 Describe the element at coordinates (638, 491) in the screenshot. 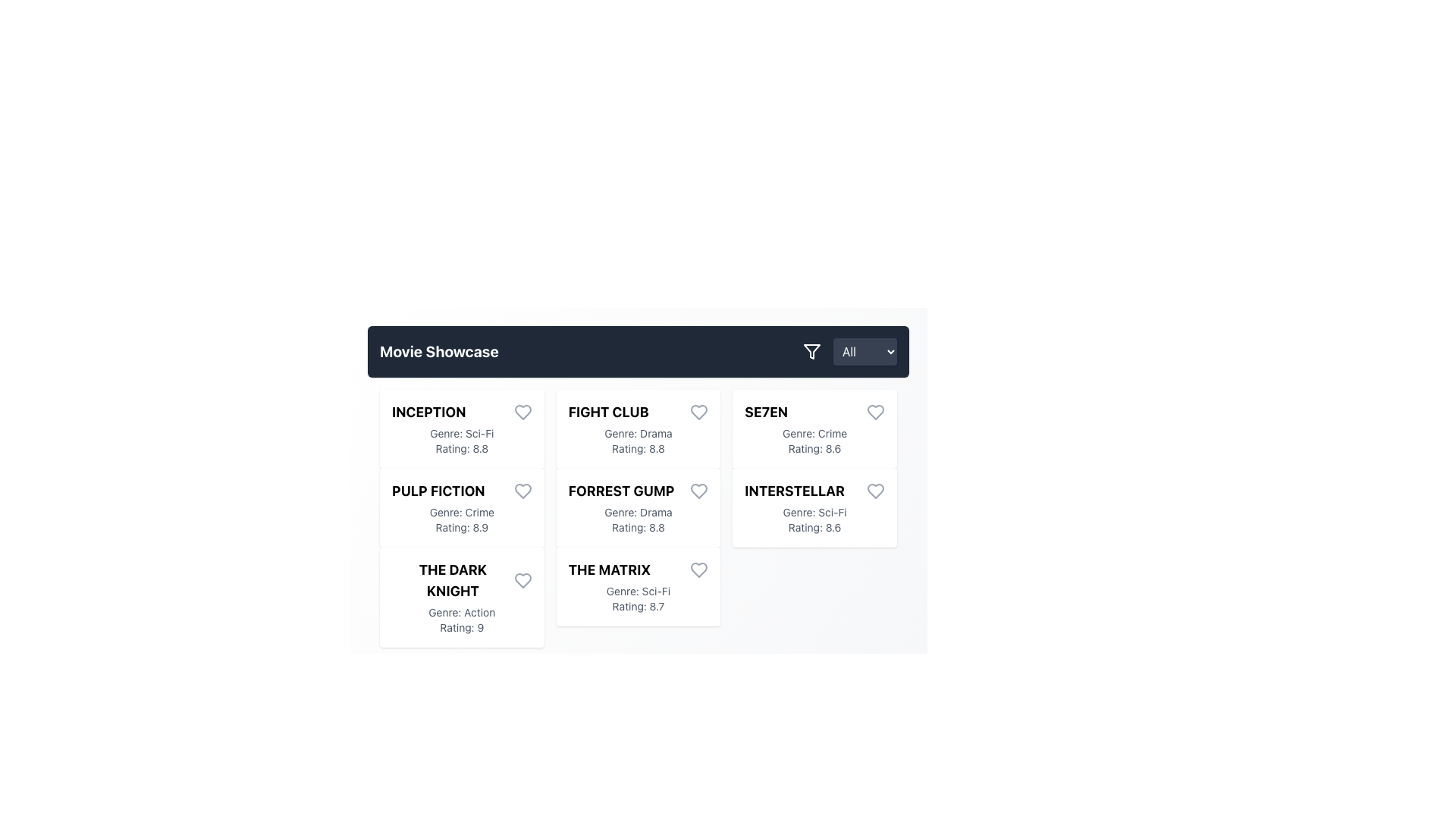

I see `the non-interactive label displaying the title 'Forrest Gump' located at the top of its information card in the second row, center column` at that location.